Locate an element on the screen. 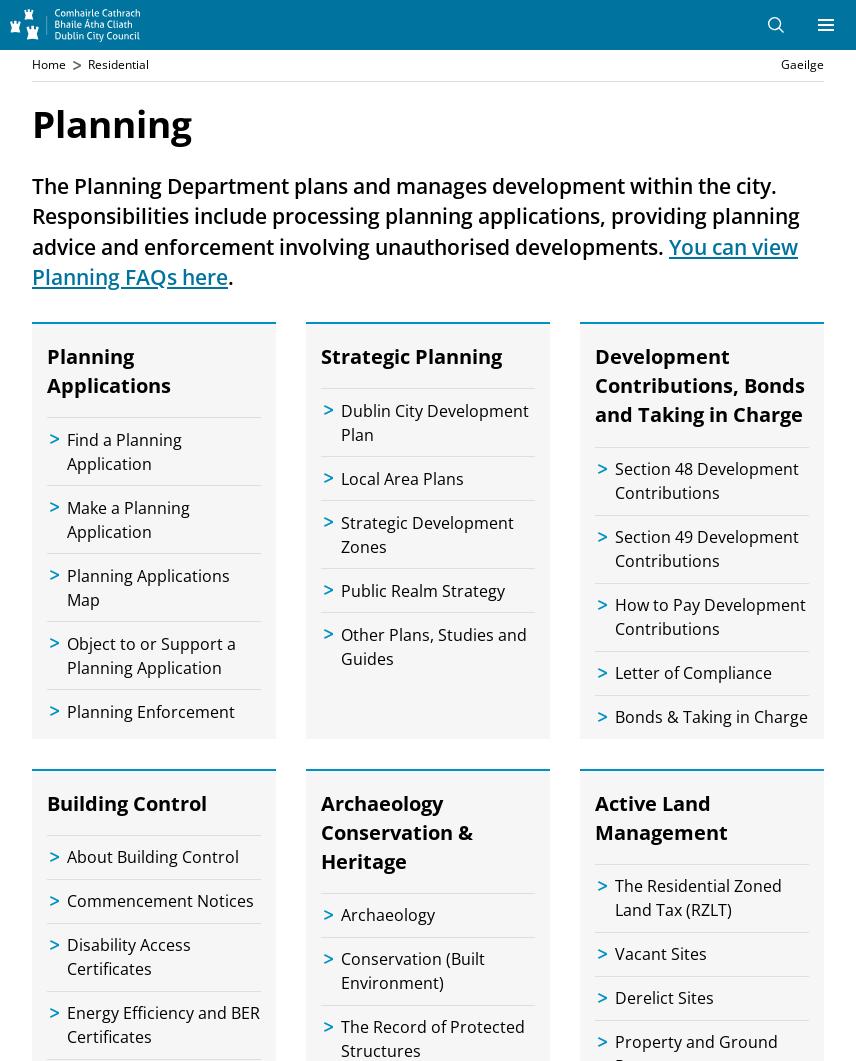  'Object to or Support a Planning Application' is located at coordinates (151, 653).